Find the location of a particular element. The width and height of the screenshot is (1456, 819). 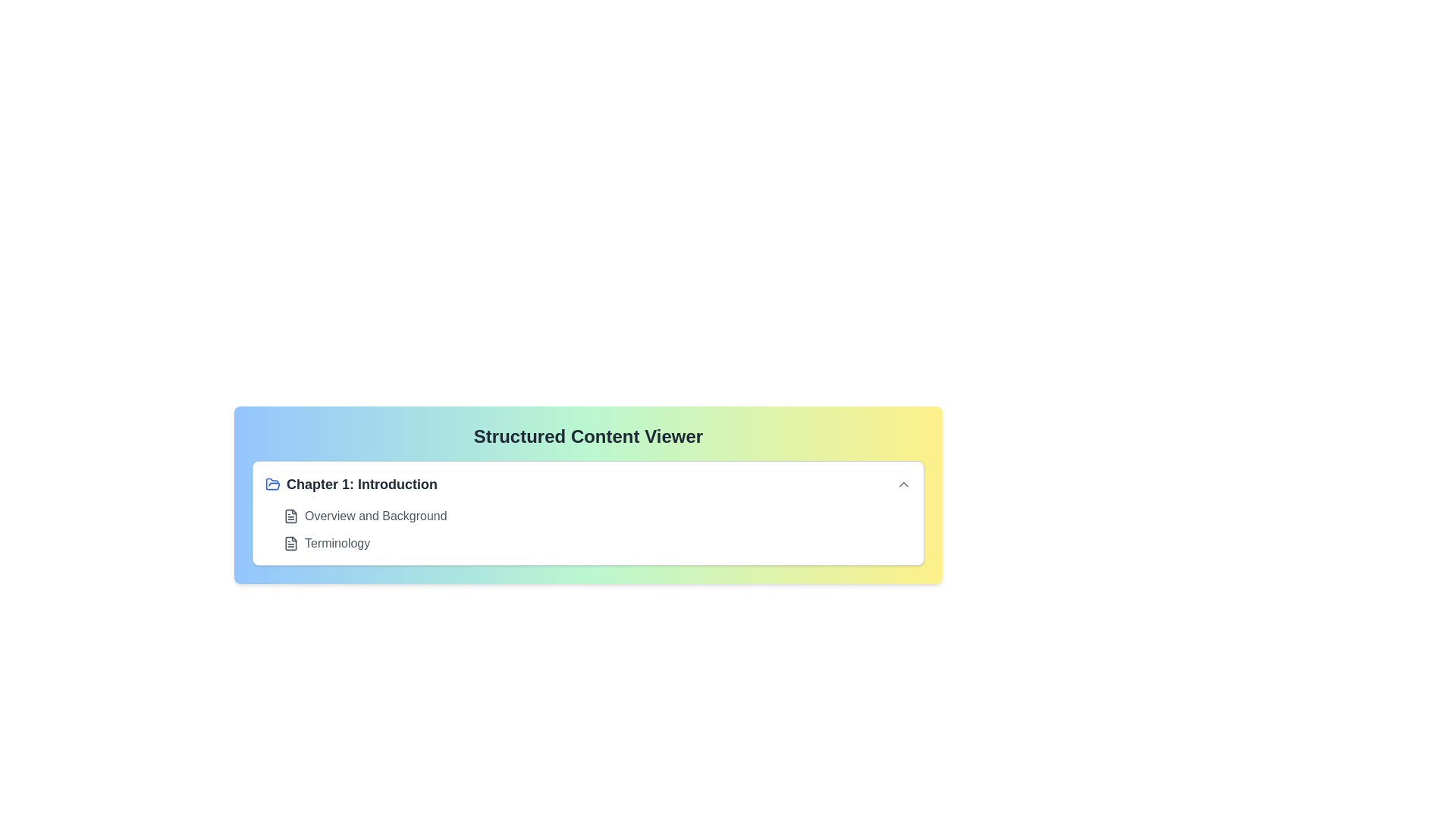

the upward-pointing chevron icon on the right-hand side of the 'Chapter 1: Introduction' section heading is located at coordinates (903, 485).